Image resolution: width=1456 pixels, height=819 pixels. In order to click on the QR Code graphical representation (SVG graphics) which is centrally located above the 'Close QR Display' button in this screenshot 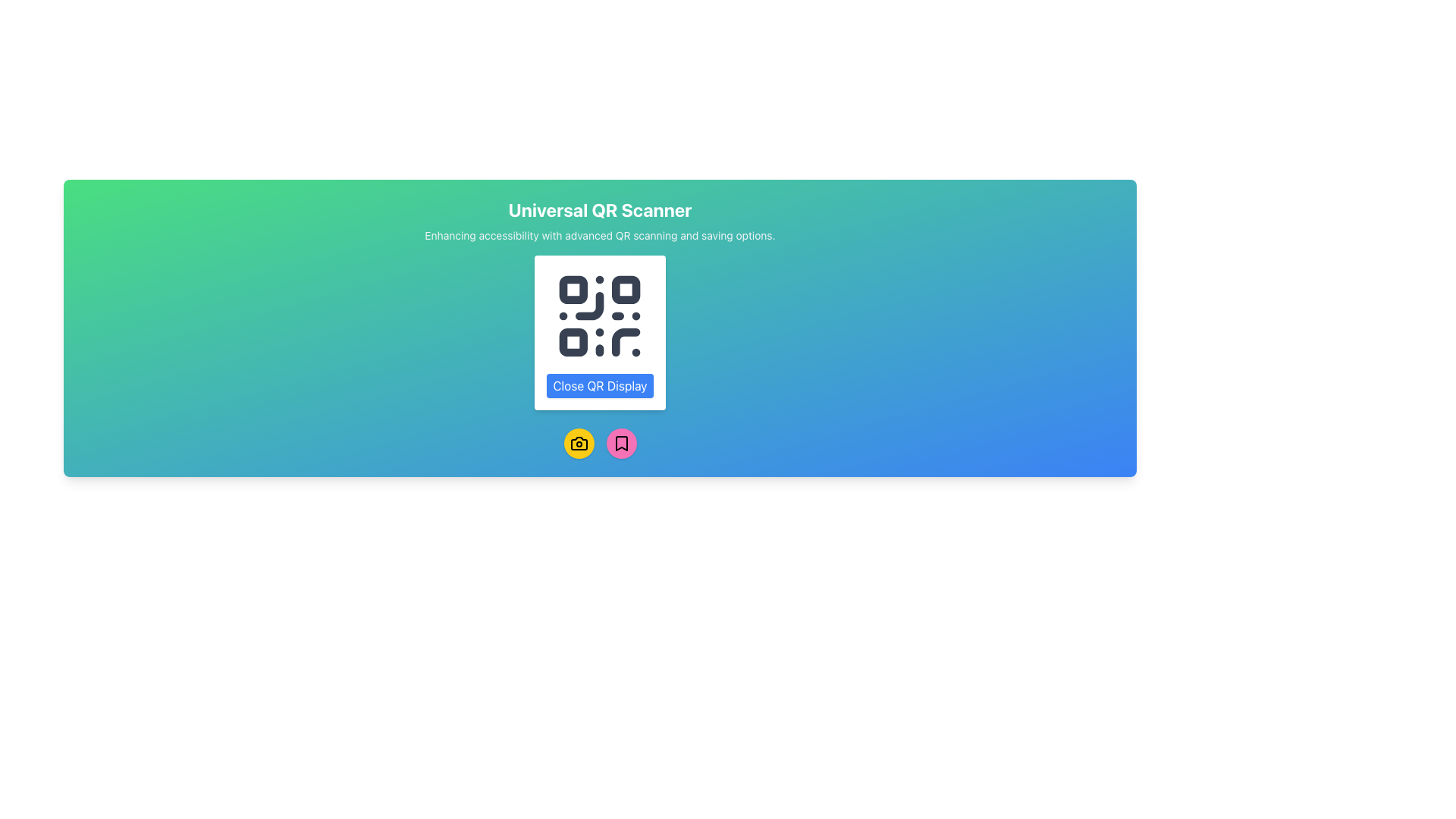, I will do `click(599, 315)`.